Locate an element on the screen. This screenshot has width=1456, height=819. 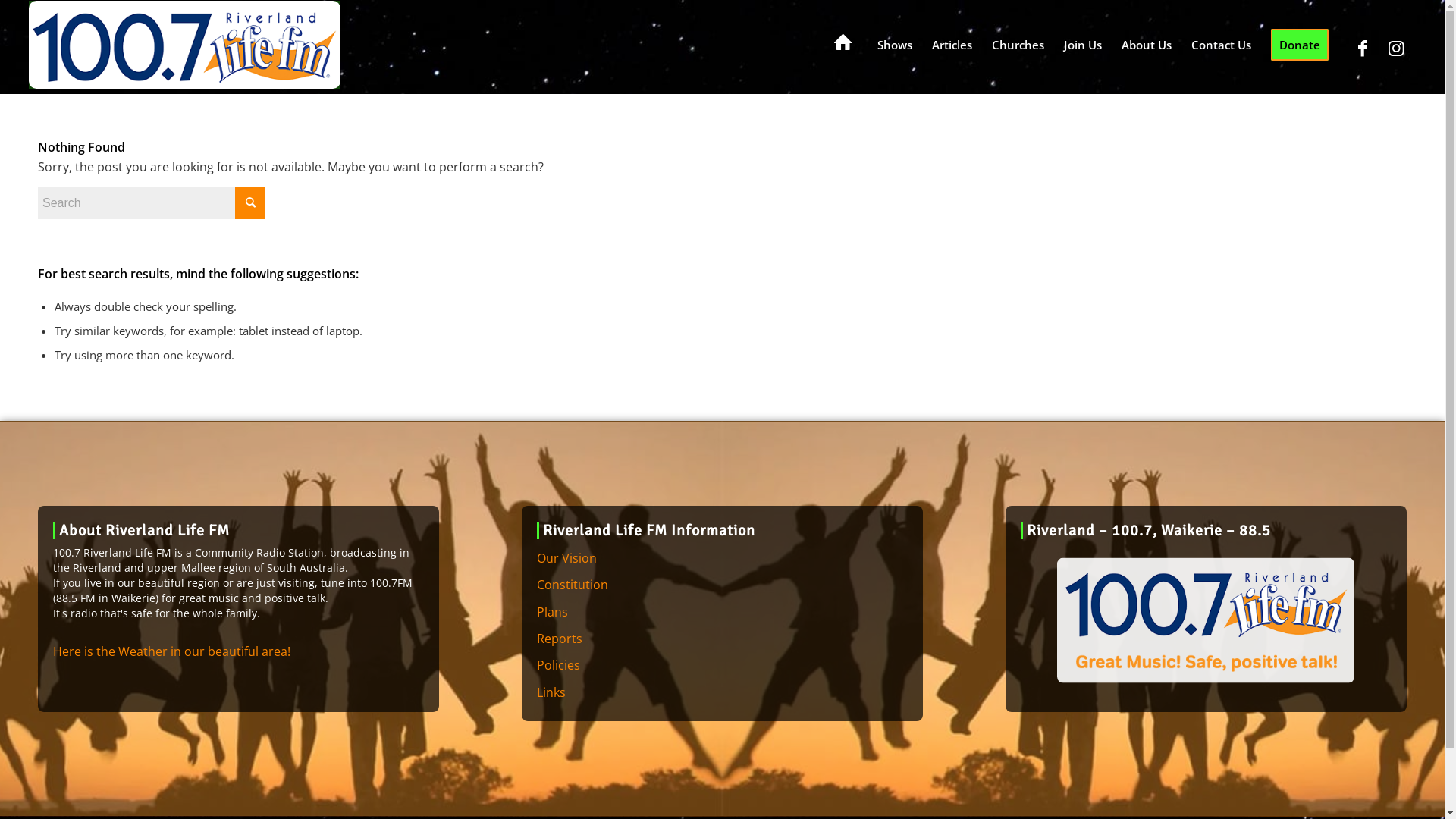
'Contact Us' is located at coordinates (1221, 43).